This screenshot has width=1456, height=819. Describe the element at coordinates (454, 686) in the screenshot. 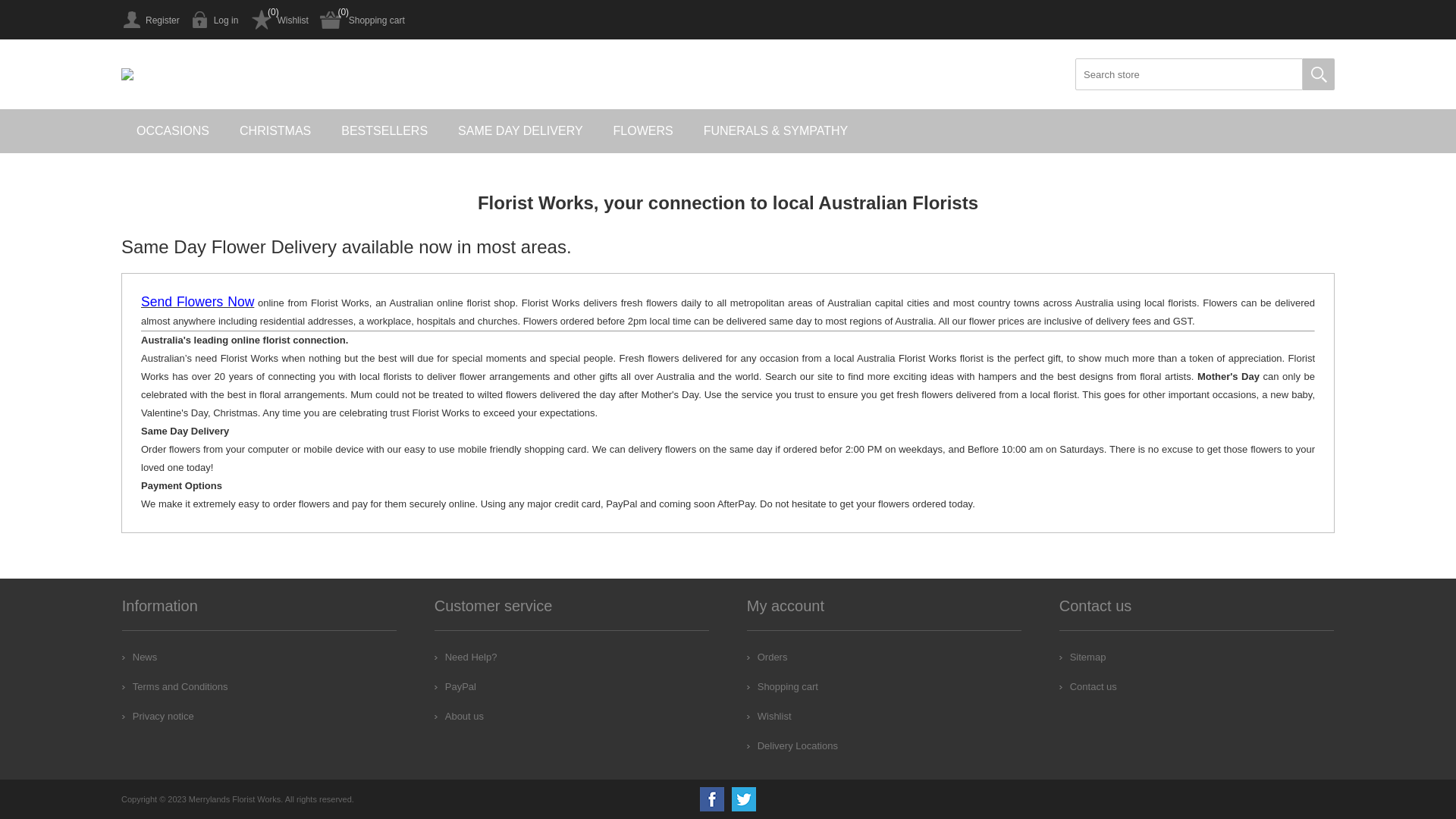

I see `'PayPal'` at that location.